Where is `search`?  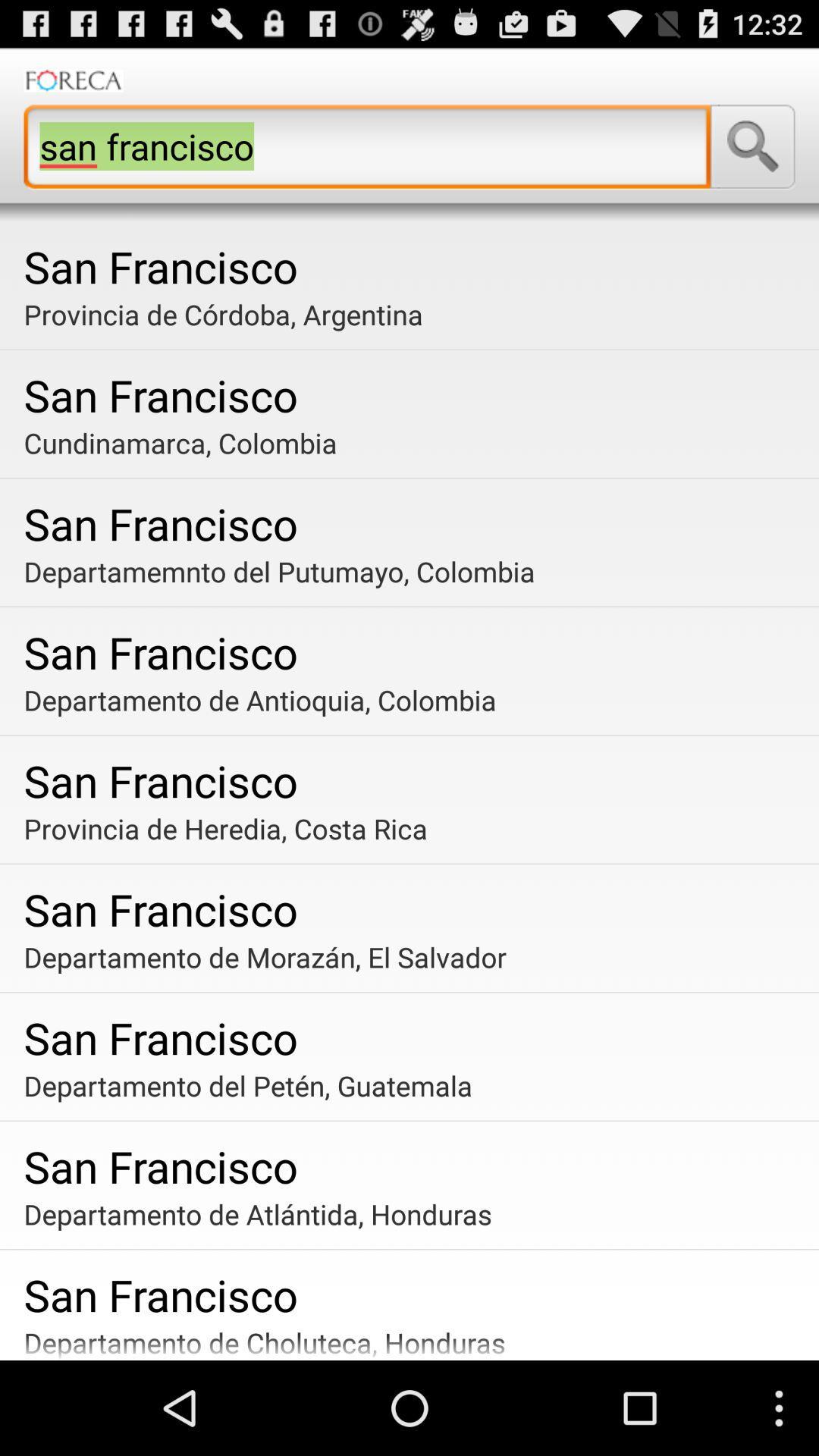
search is located at coordinates (752, 146).